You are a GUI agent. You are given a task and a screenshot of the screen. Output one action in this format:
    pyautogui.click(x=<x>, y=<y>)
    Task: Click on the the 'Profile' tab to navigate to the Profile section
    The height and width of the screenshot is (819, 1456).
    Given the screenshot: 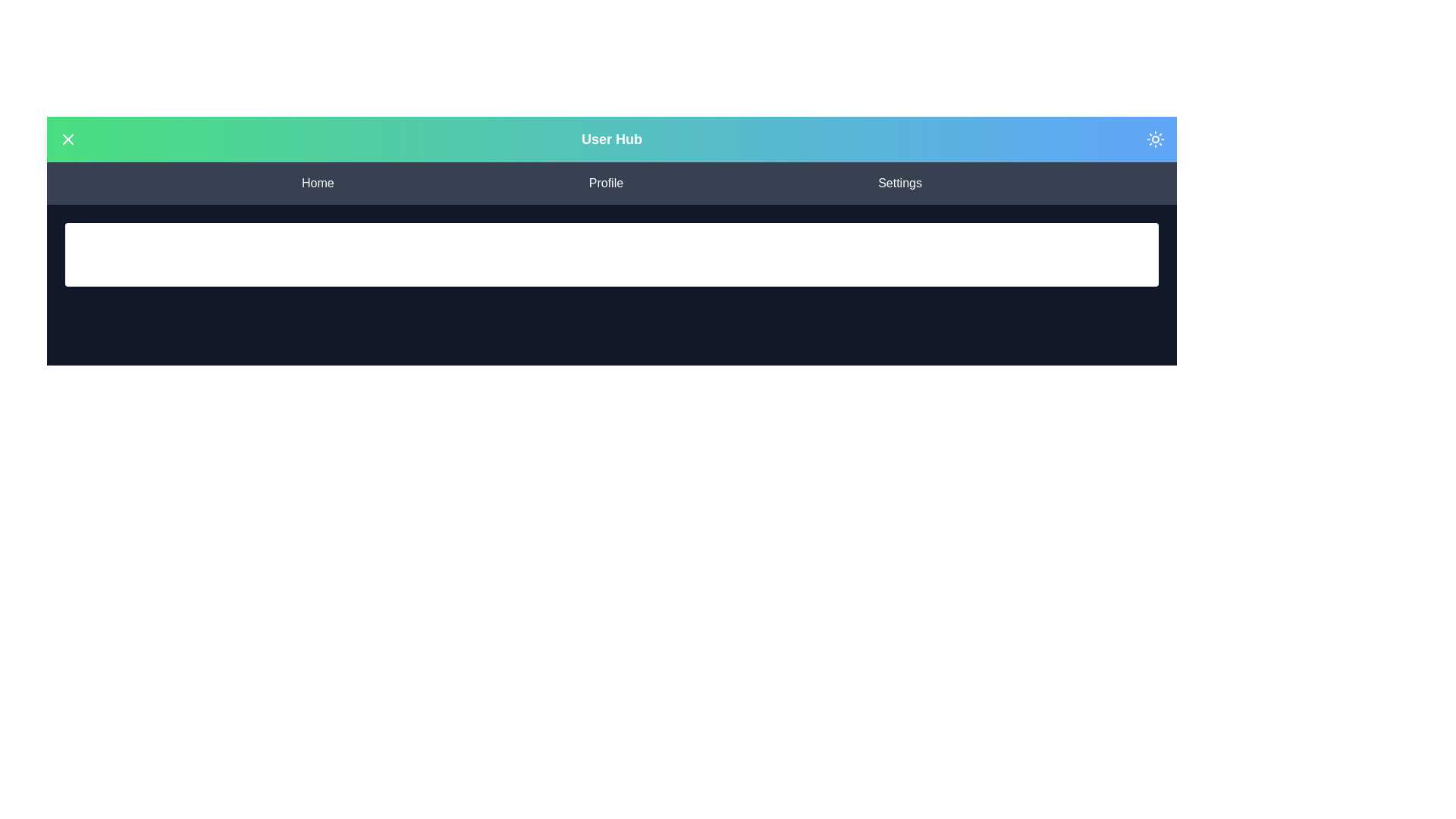 What is the action you would take?
    pyautogui.click(x=604, y=183)
    